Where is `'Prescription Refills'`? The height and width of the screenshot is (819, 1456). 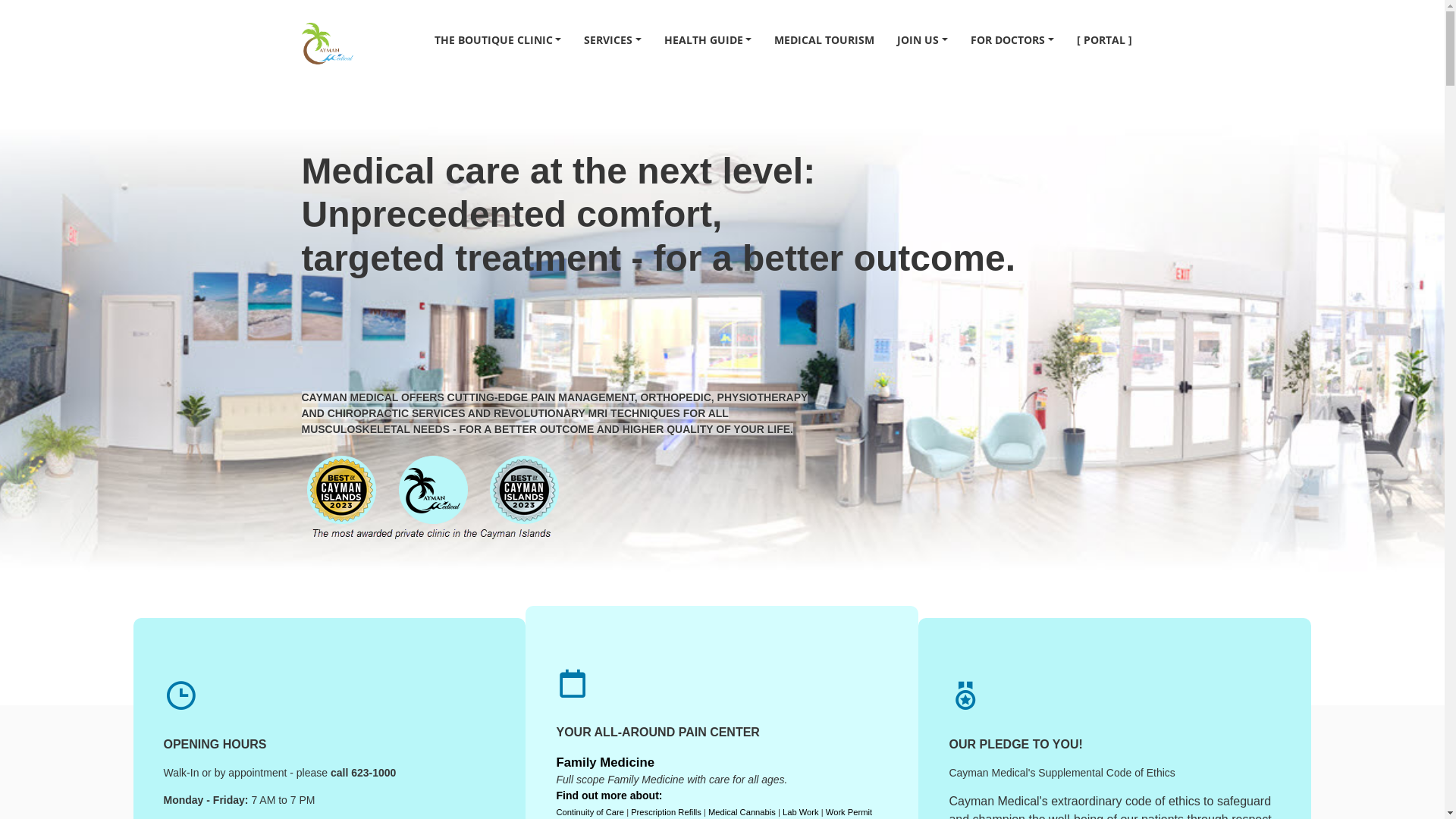
'Prescription Refills' is located at coordinates (630, 811).